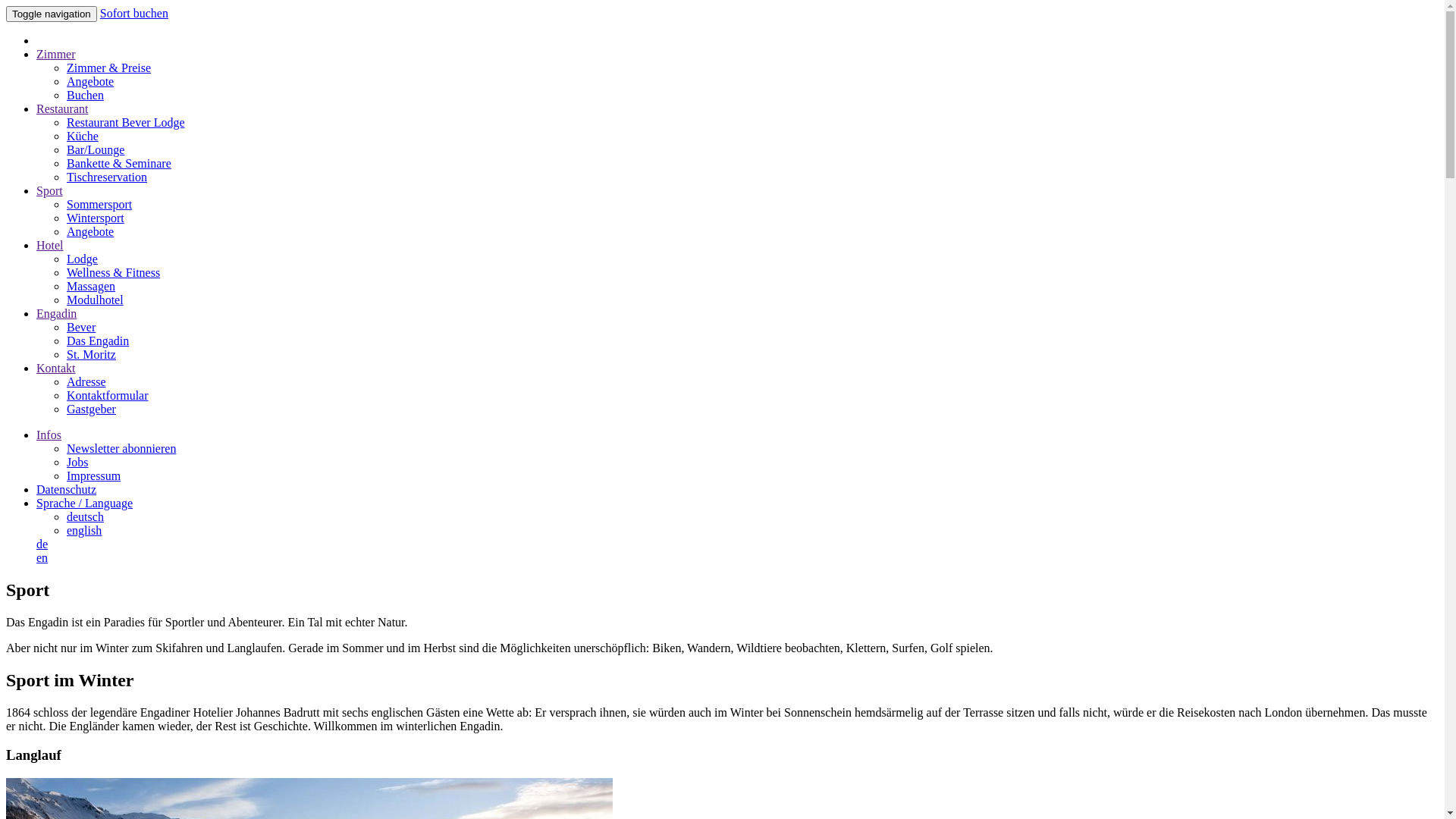  What do you see at coordinates (84, 95) in the screenshot?
I see `'Buchen'` at bounding box center [84, 95].